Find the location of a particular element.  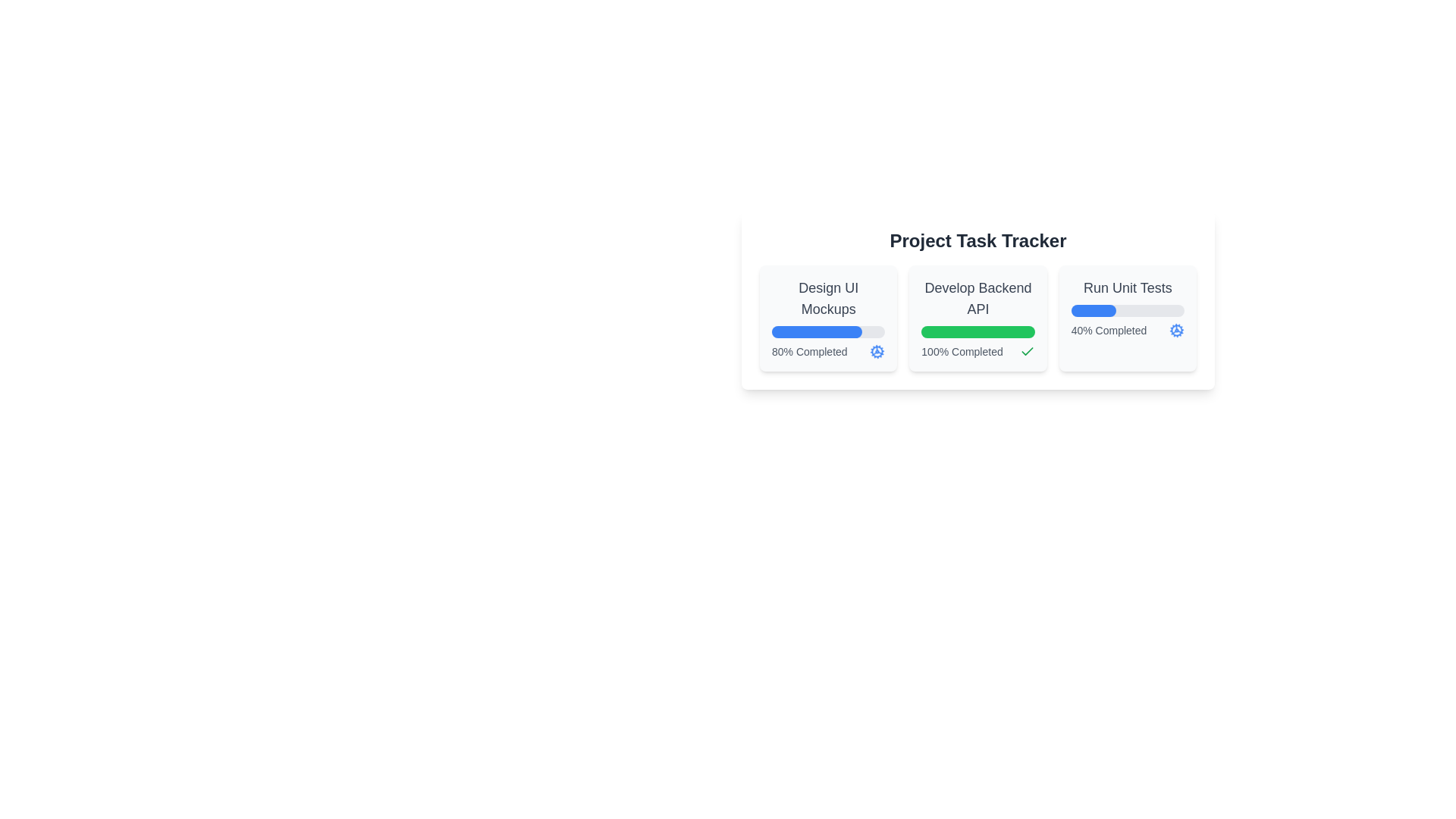

completion percentage from the text element located at the bottom of the 'Design UI Mockups' card, which includes a decorative cogwheel icon for task status indication is located at coordinates (827, 351).